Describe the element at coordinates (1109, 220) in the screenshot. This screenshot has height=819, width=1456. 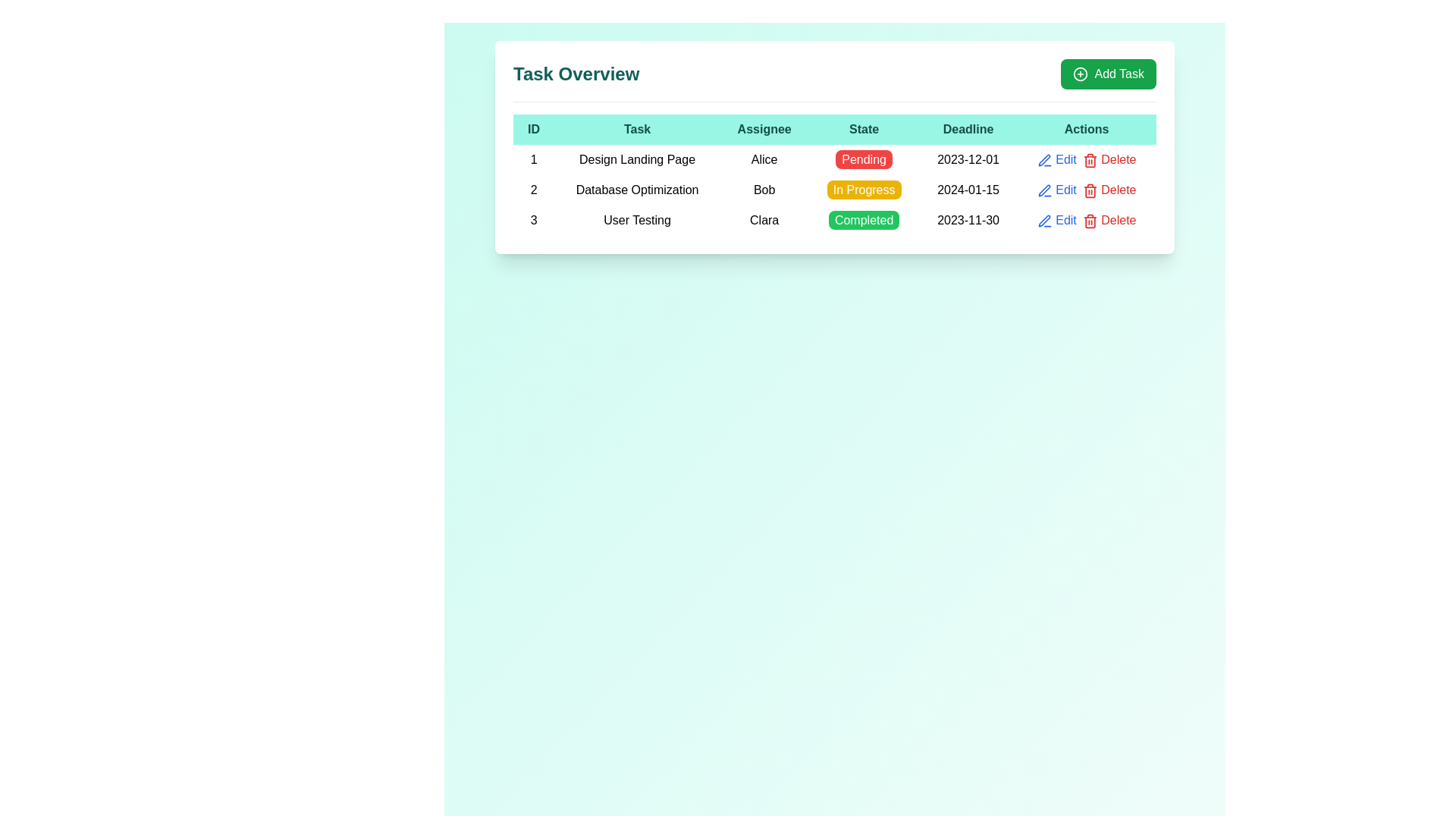
I see `the 'Delete' link styled in red color with a trash bin icon to its left, located in the 'Actions' column, to initiate delete` at that location.